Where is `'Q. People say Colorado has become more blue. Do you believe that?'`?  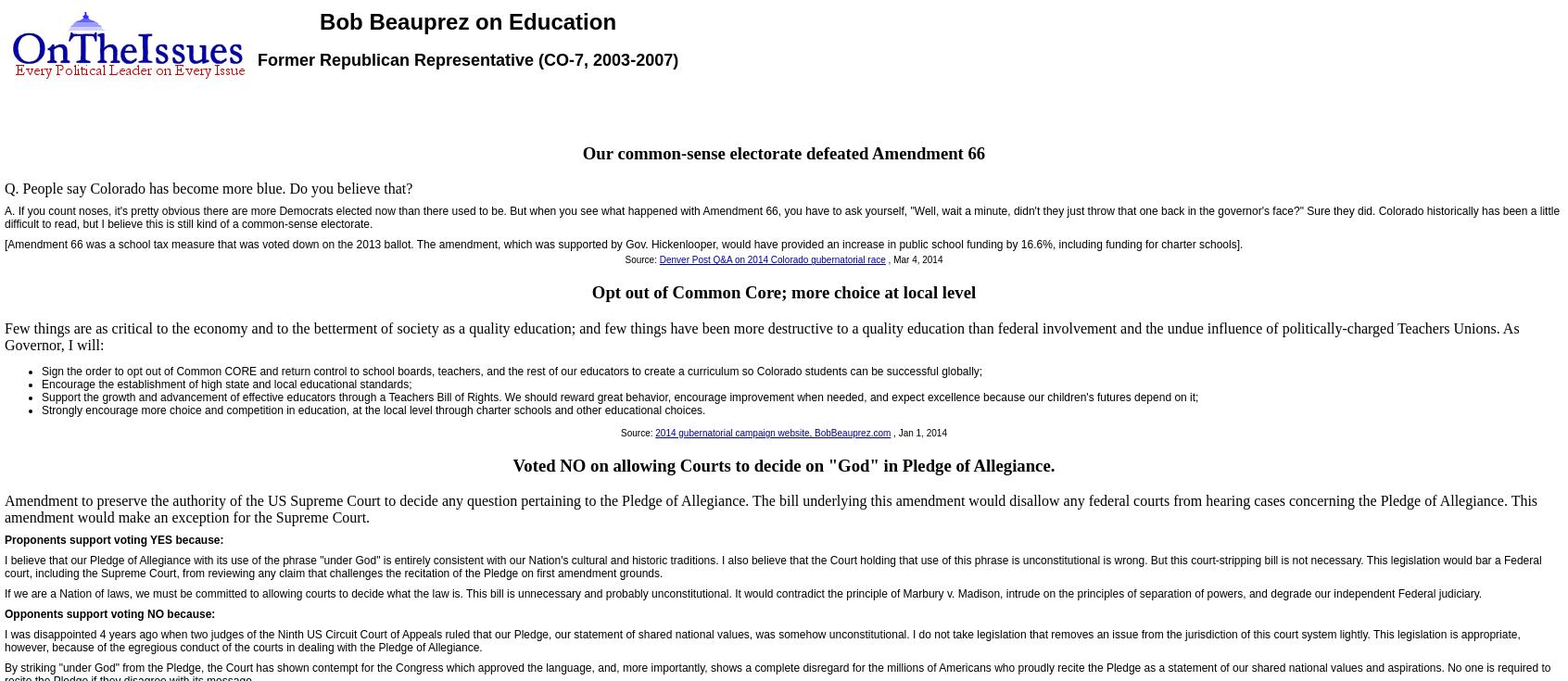 'Q. People say Colorado has become more blue. Do you believe that?' is located at coordinates (209, 188).